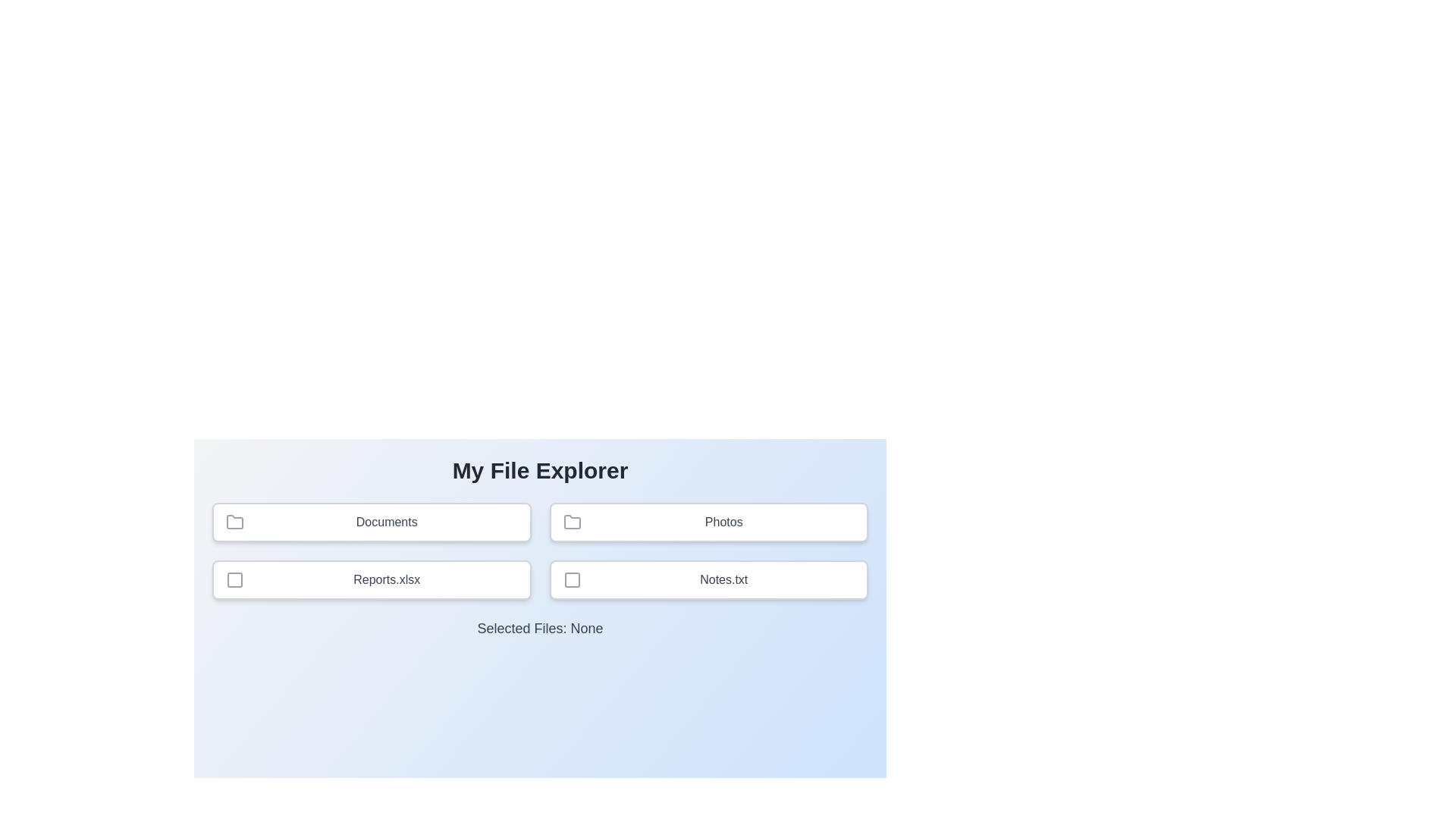  I want to click on the item Documents by clicking on it, so click(371, 522).